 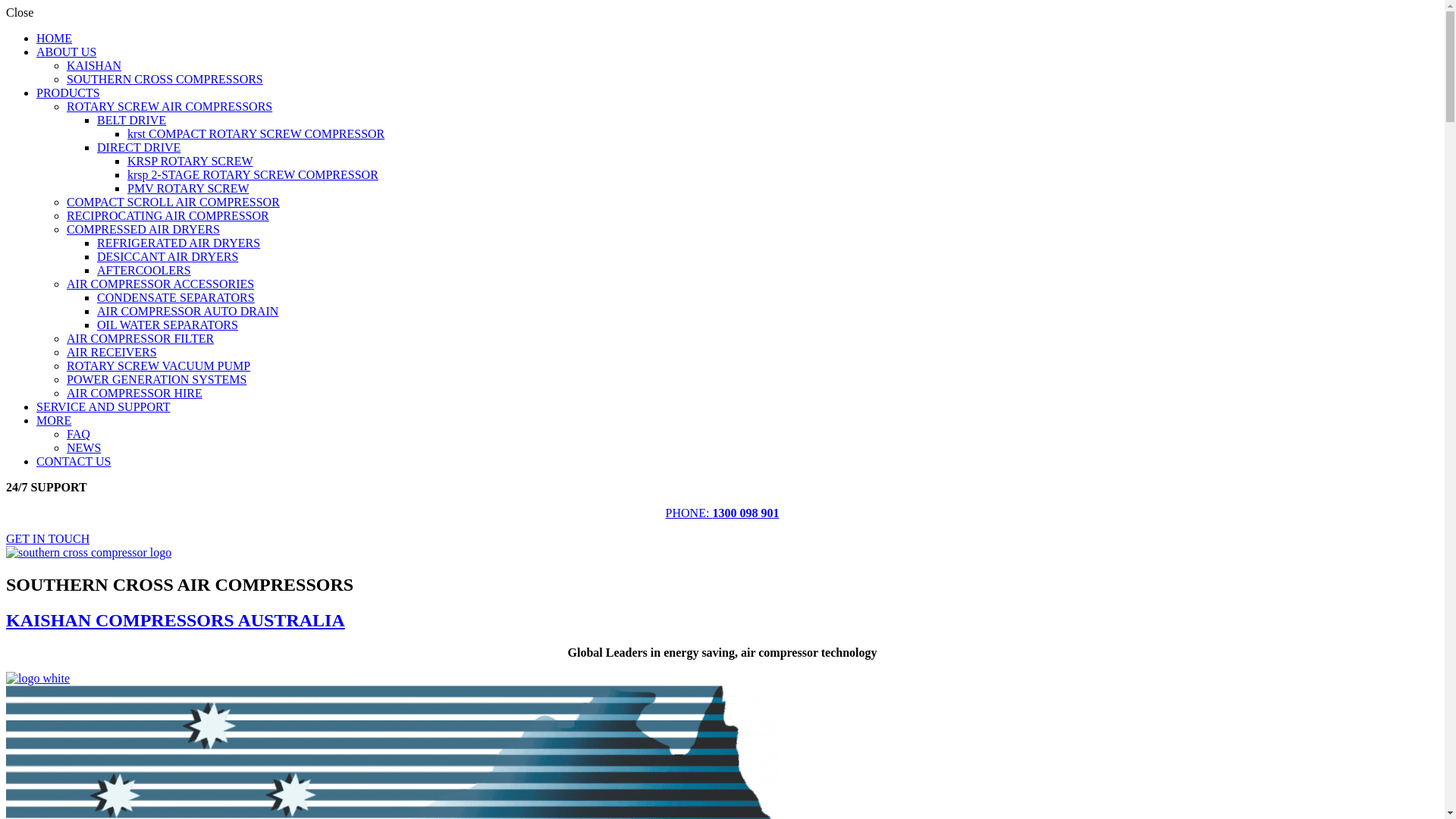 I want to click on 'AIR COMPRESSOR FILTER', so click(x=65, y=337).